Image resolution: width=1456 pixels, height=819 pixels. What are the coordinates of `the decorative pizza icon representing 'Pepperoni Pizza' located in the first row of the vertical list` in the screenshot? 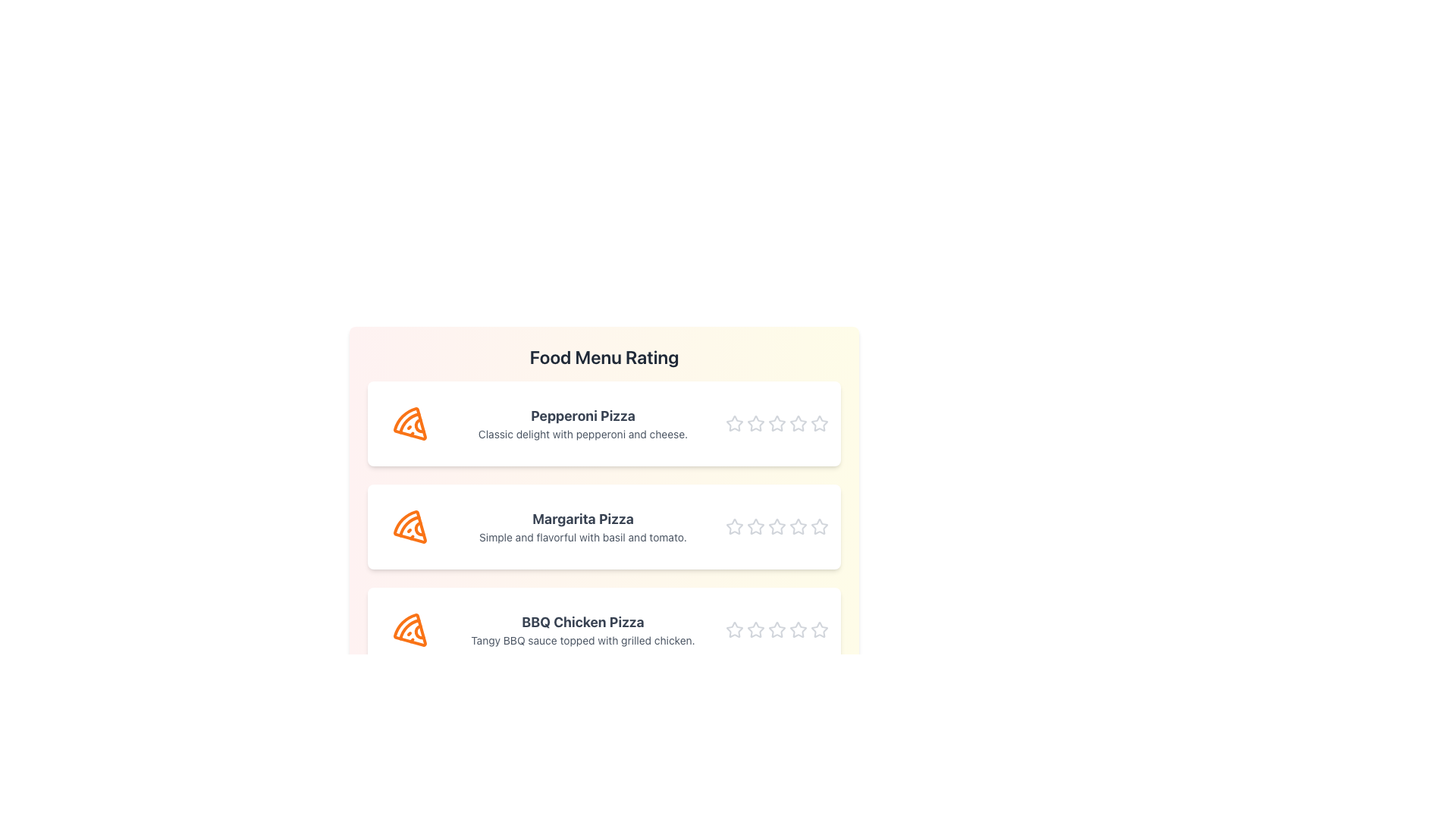 It's located at (410, 424).